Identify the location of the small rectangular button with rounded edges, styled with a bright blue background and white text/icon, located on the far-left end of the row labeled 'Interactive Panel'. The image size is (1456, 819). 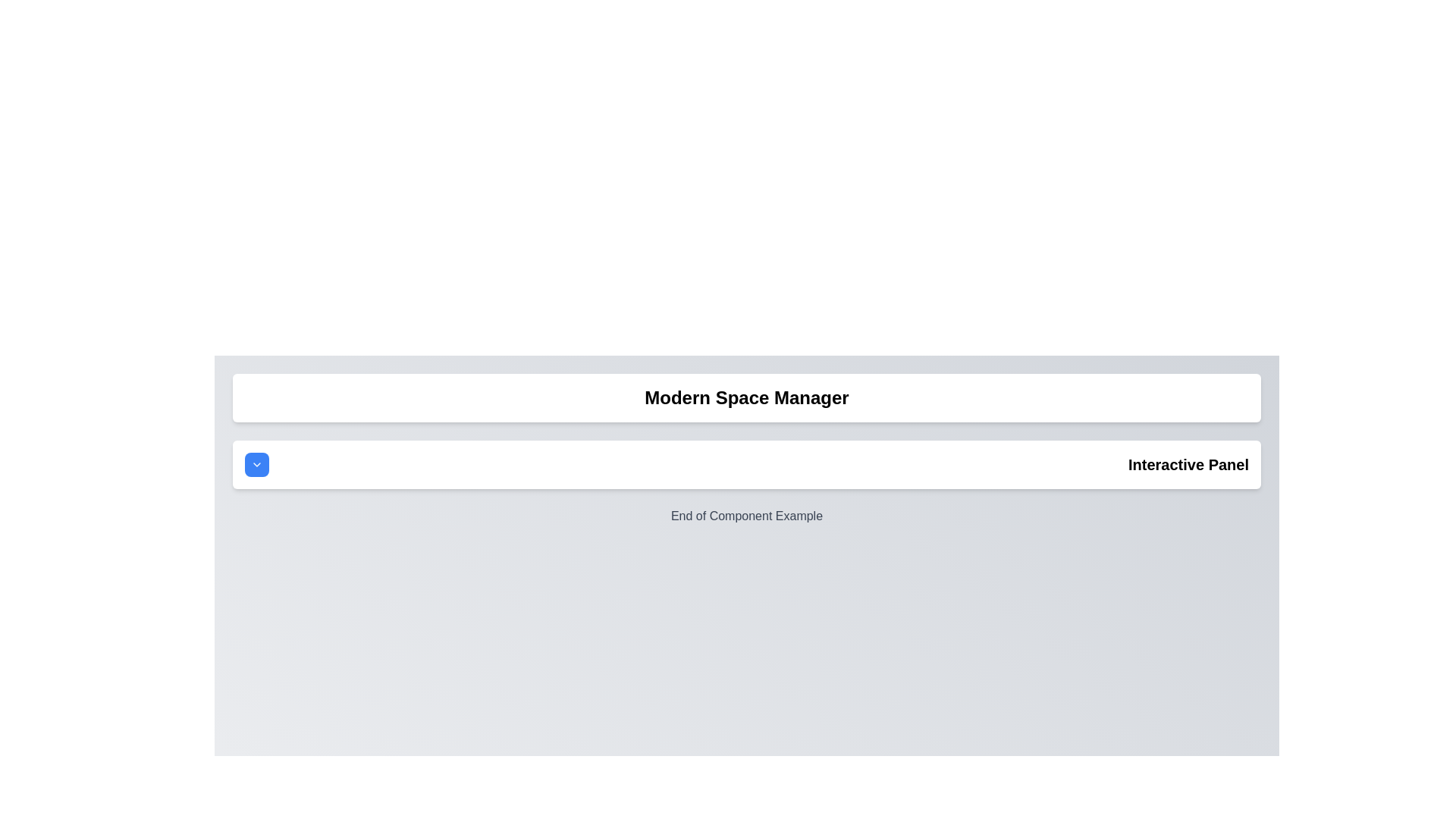
(257, 464).